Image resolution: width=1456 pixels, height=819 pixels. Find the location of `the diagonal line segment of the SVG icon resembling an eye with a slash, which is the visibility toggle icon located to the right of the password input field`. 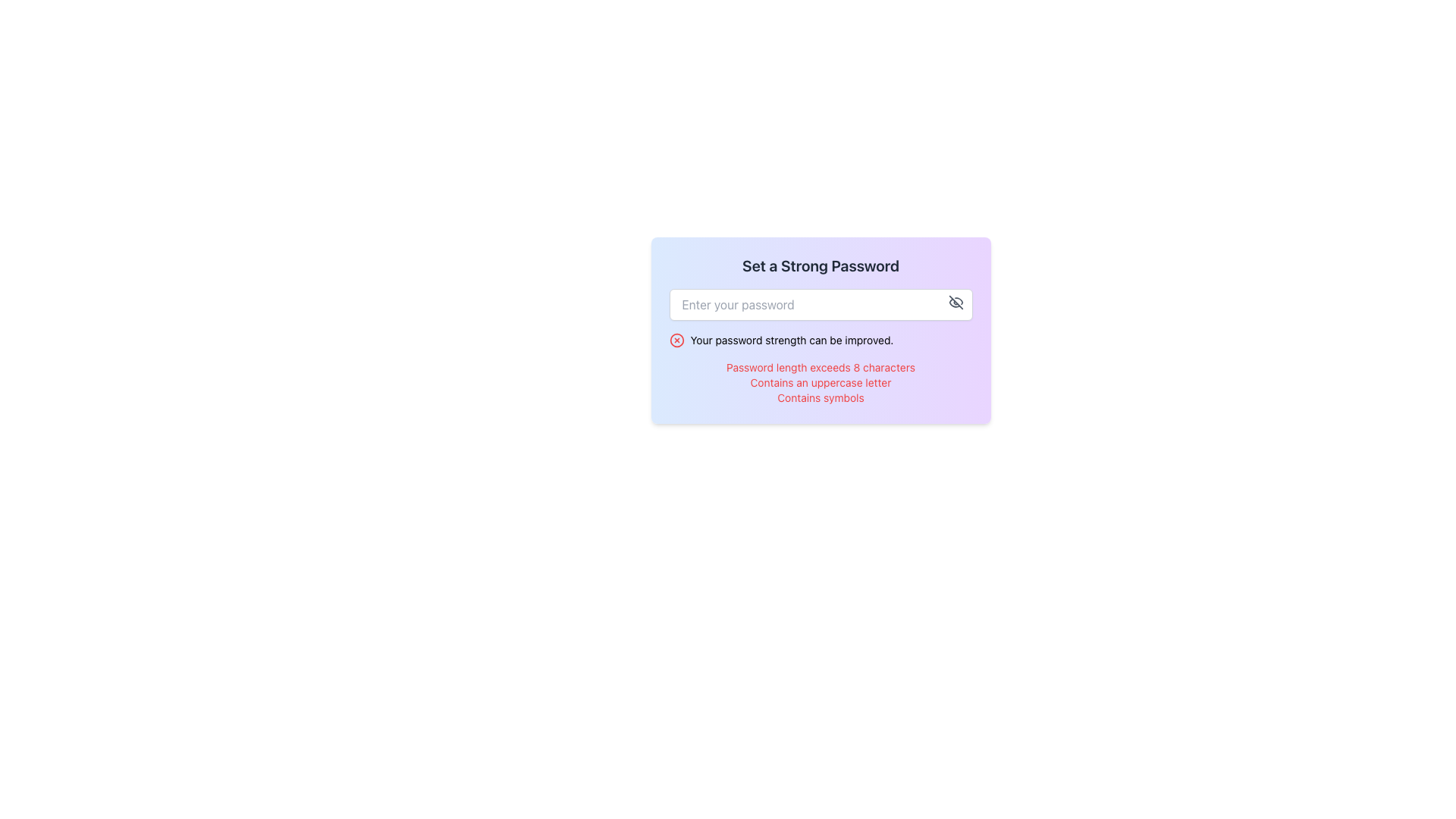

the diagonal line segment of the SVG icon resembling an eye with a slash, which is the visibility toggle icon located to the right of the password input field is located at coordinates (955, 302).